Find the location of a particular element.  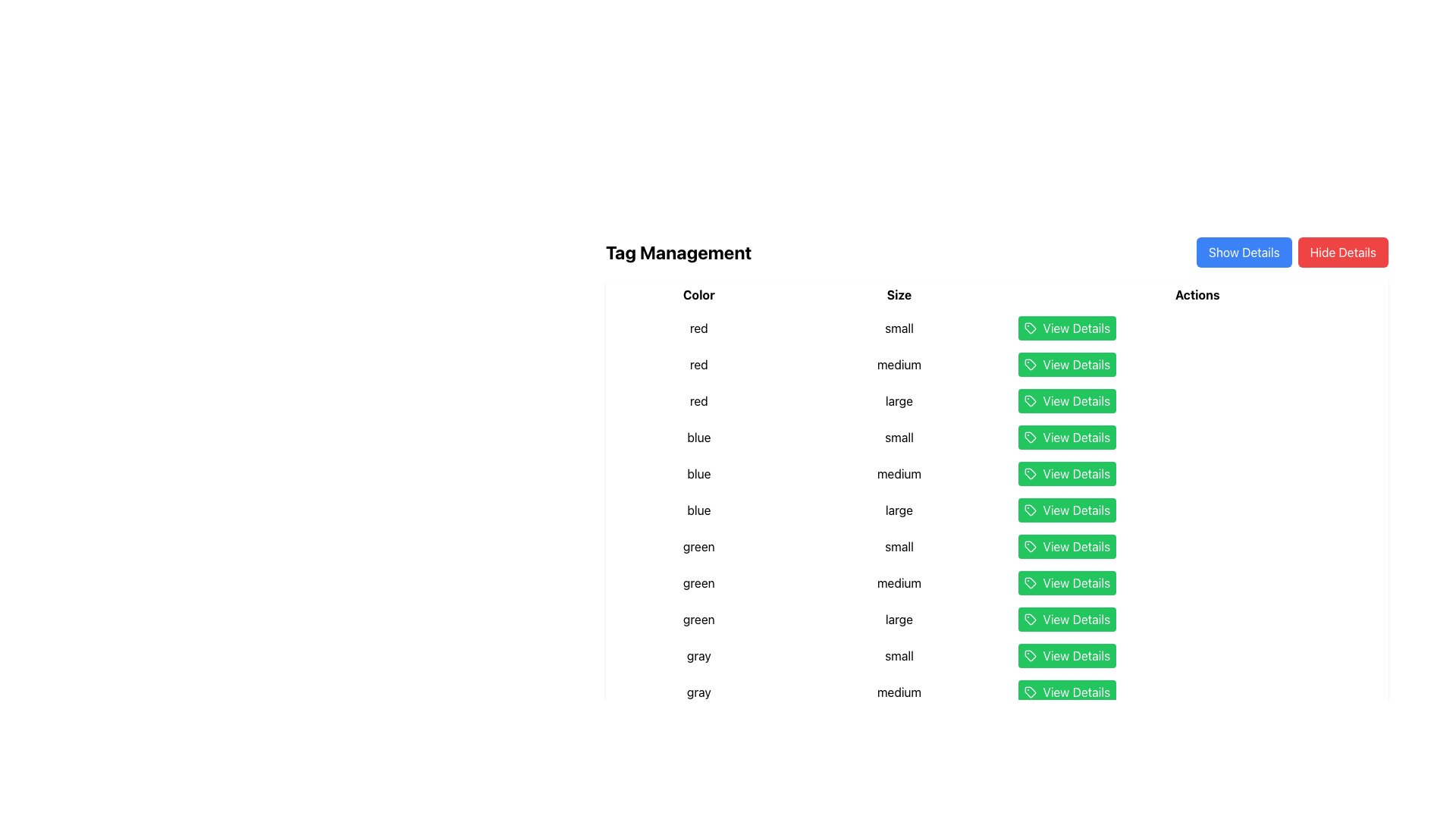

the 'View Details' button in the 'large' row of the 'Tag Management' table, which is positioned between the 'green medium' and 'gray small' rows is located at coordinates (997, 620).